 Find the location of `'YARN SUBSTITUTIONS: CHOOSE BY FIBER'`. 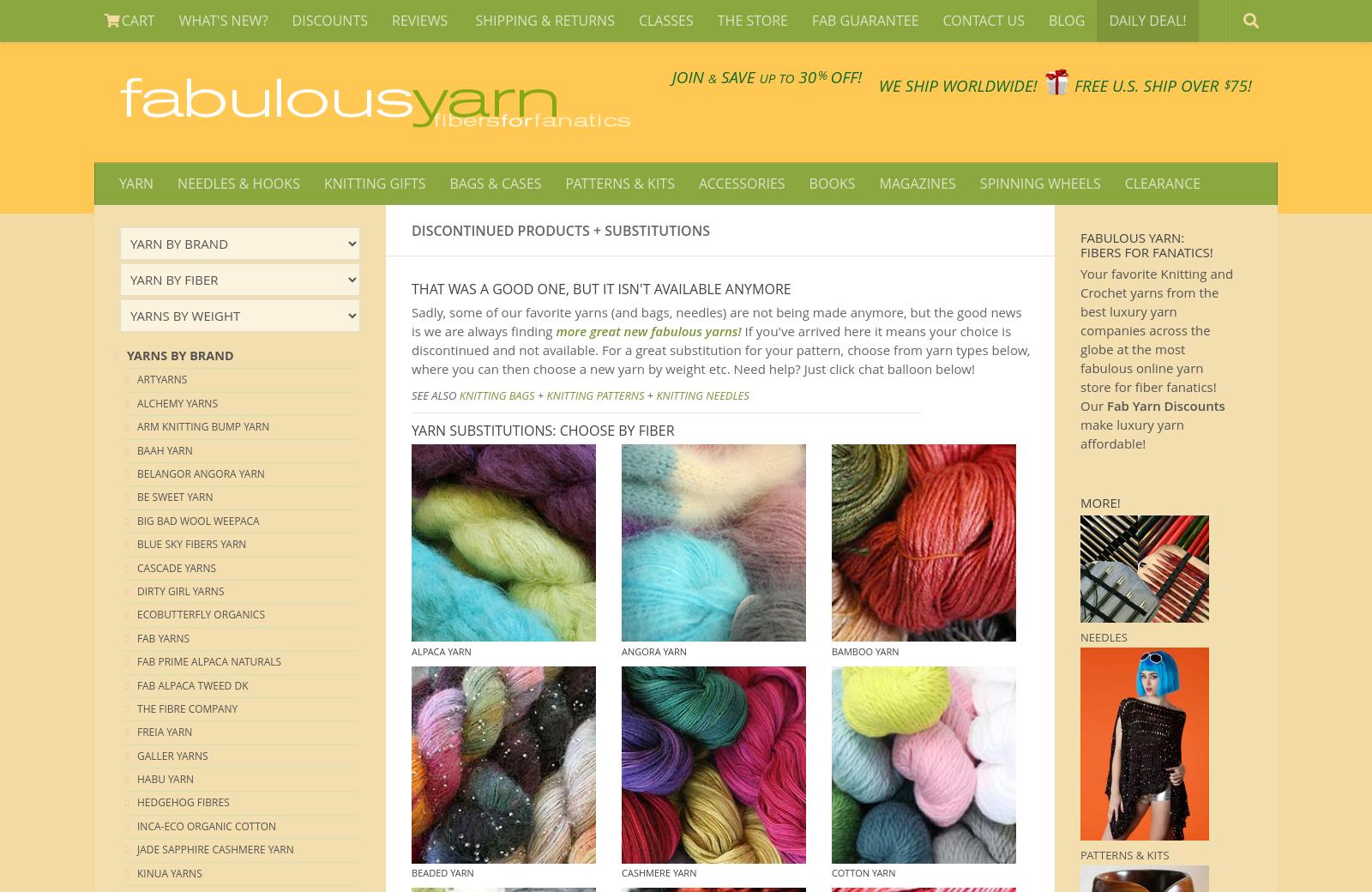

'YARN SUBSTITUTIONS: CHOOSE BY FIBER' is located at coordinates (542, 431).